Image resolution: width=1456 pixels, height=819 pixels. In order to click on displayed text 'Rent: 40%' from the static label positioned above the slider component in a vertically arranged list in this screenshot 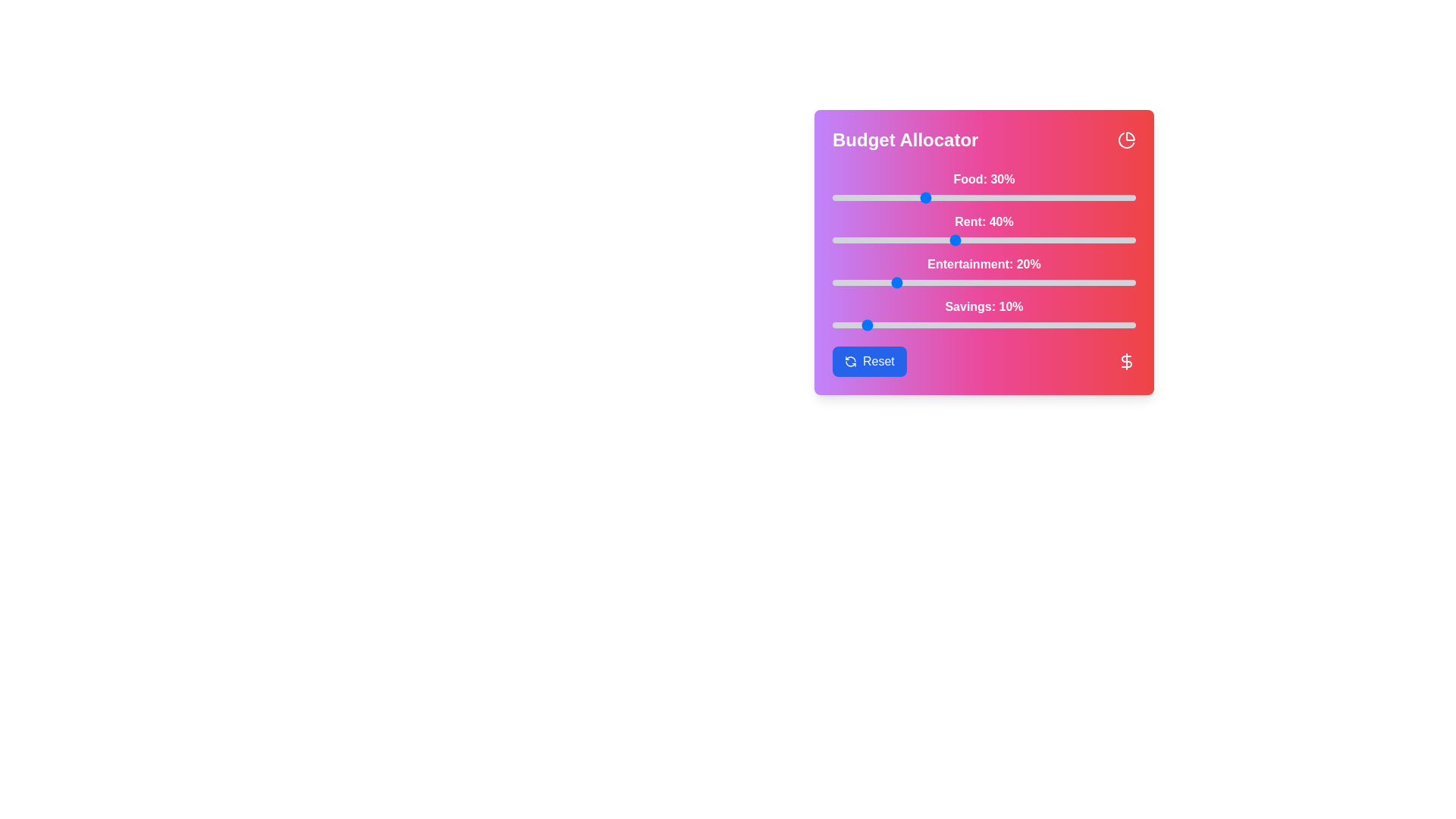, I will do `click(984, 222)`.